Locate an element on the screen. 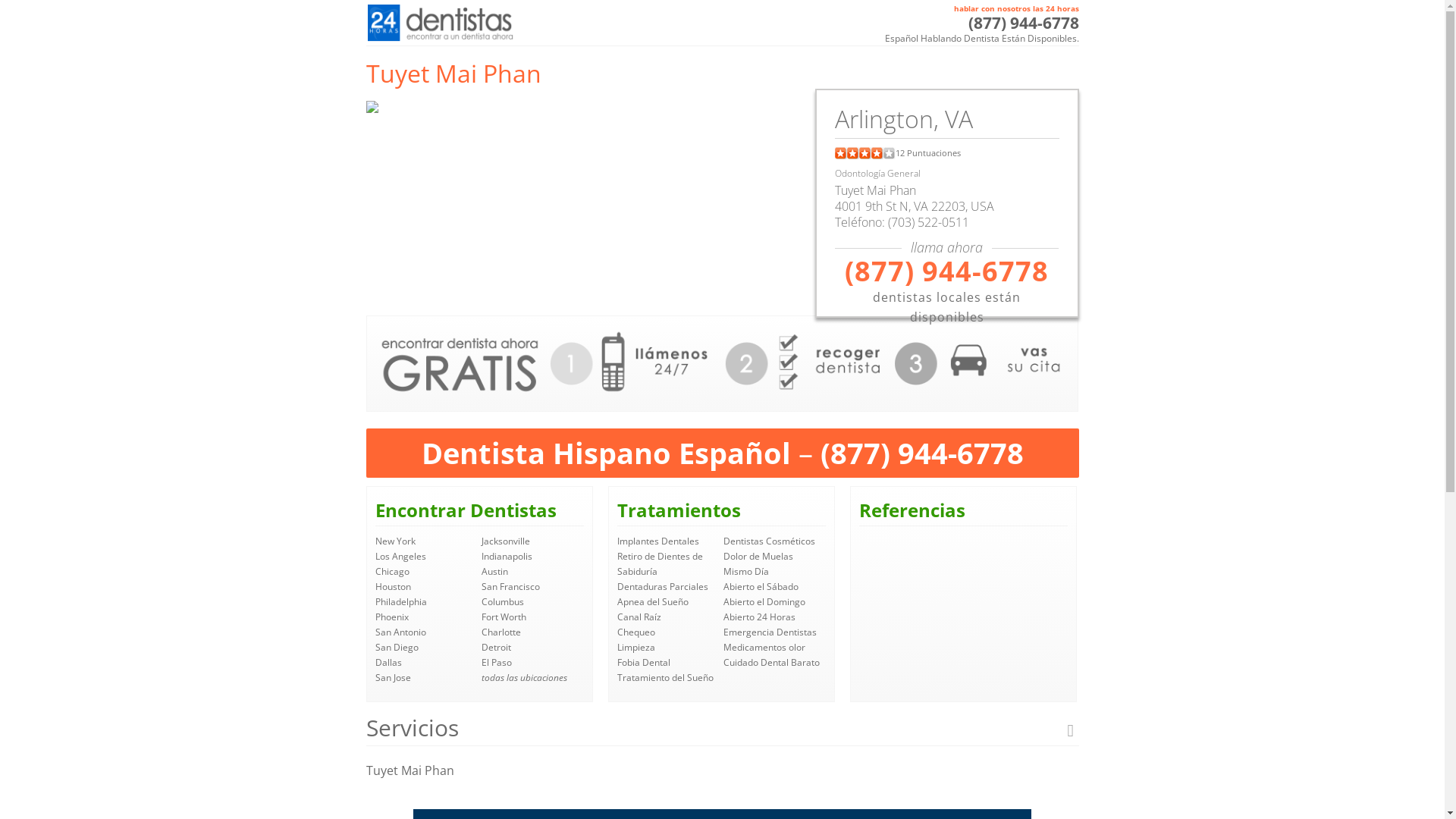 Image resolution: width=1456 pixels, height=819 pixels. 'San Diego' is located at coordinates (396, 647).